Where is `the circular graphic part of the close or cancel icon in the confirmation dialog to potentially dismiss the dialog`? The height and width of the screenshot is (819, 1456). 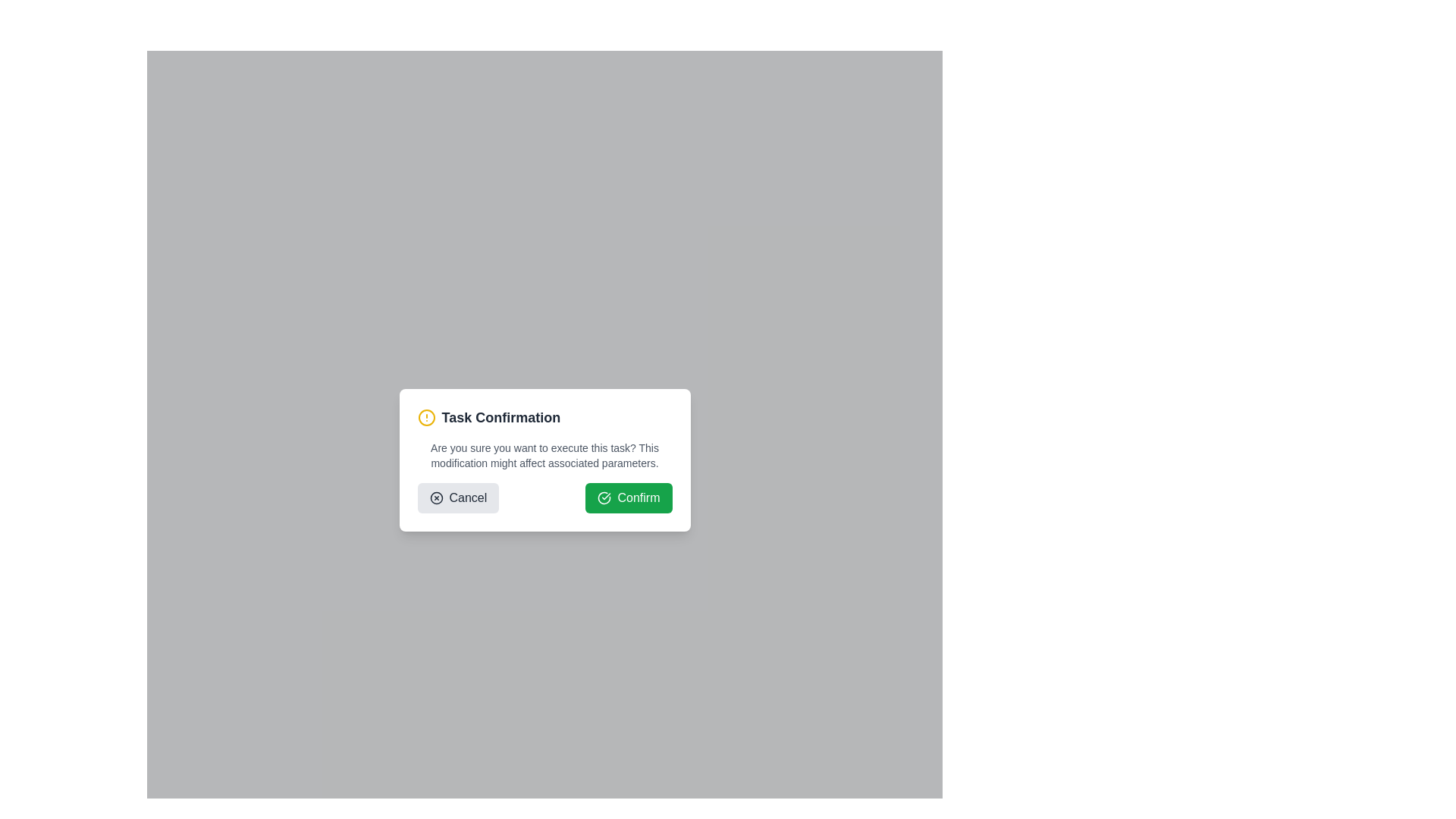 the circular graphic part of the close or cancel icon in the confirmation dialog to potentially dismiss the dialog is located at coordinates (435, 497).